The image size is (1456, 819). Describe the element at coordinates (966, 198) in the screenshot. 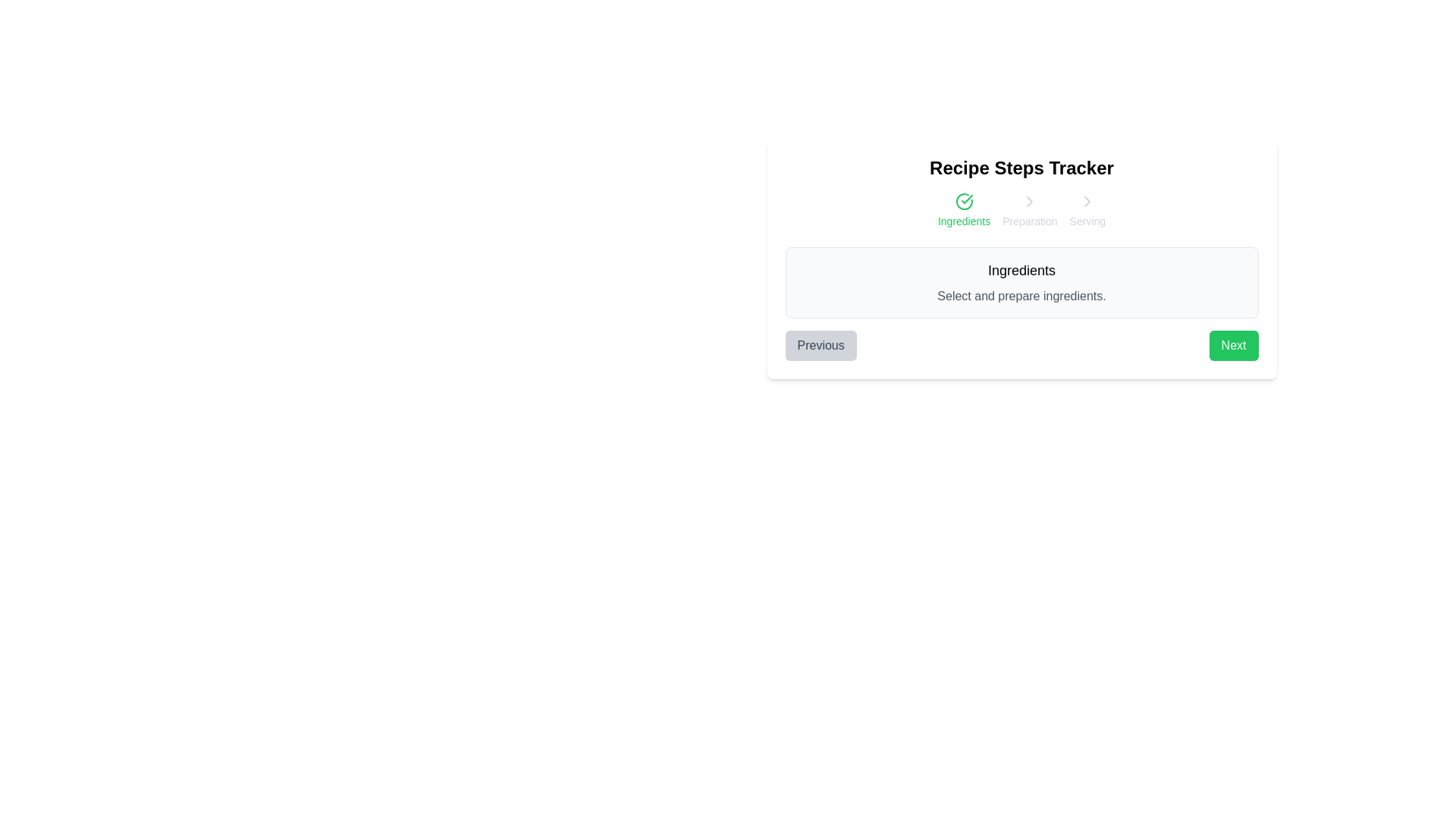

I see `the green checkmark icon, which is a vector graphic indicating completion or success, located slightly above the primary text content` at that location.